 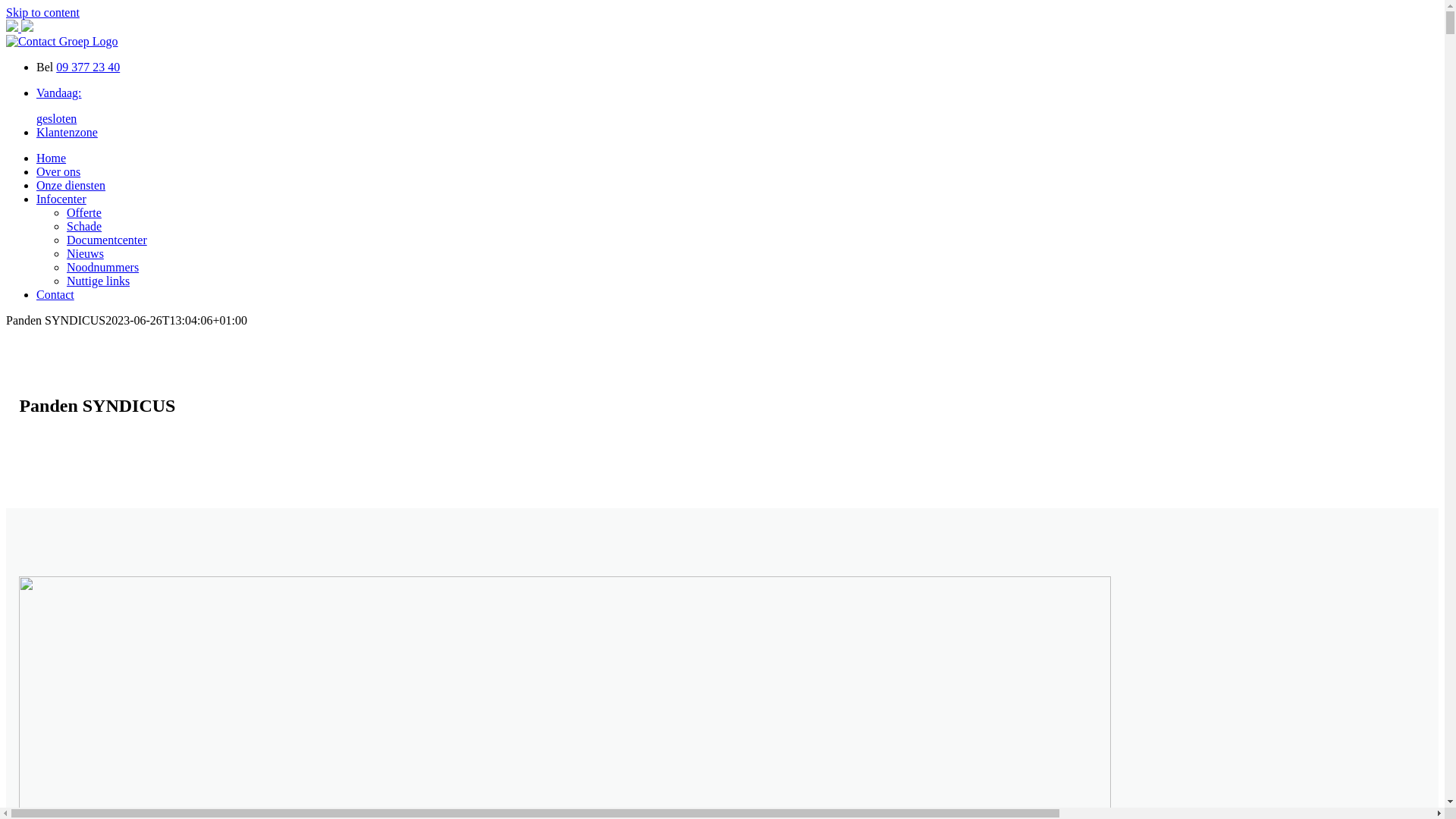 I want to click on 'Noodnummers', so click(x=102, y=266).